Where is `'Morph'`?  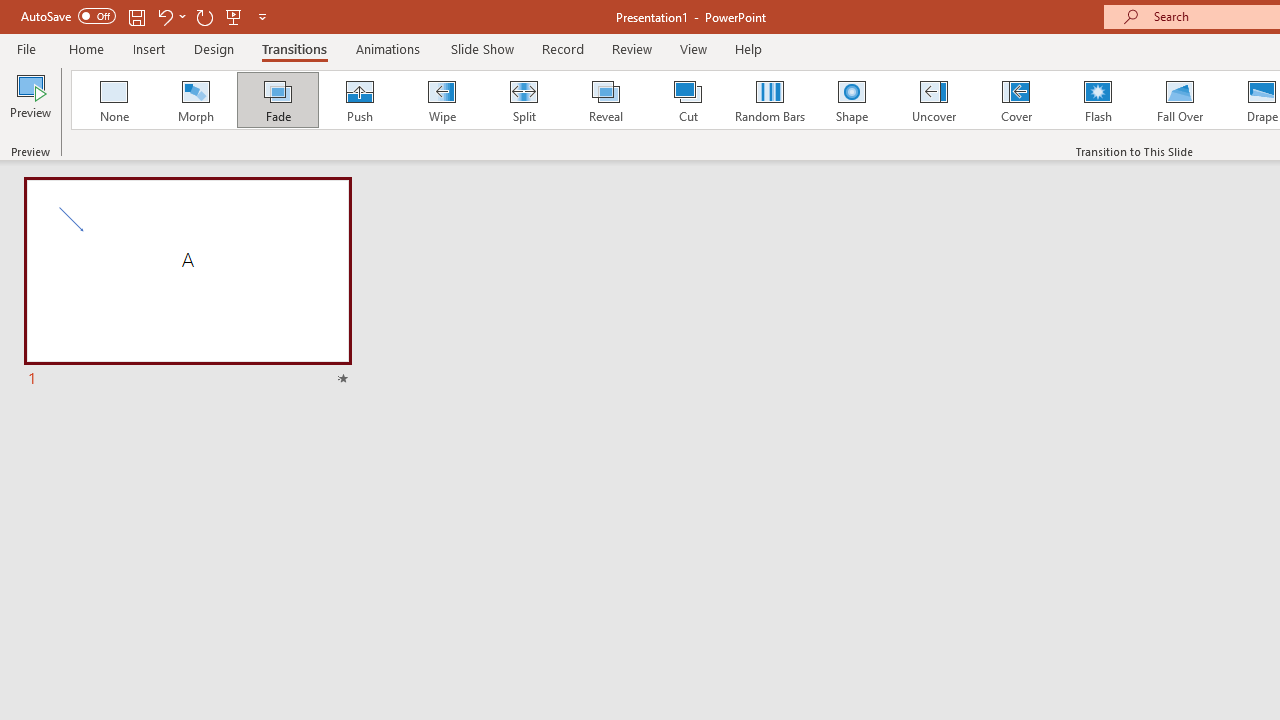 'Morph' is located at coordinates (195, 100).